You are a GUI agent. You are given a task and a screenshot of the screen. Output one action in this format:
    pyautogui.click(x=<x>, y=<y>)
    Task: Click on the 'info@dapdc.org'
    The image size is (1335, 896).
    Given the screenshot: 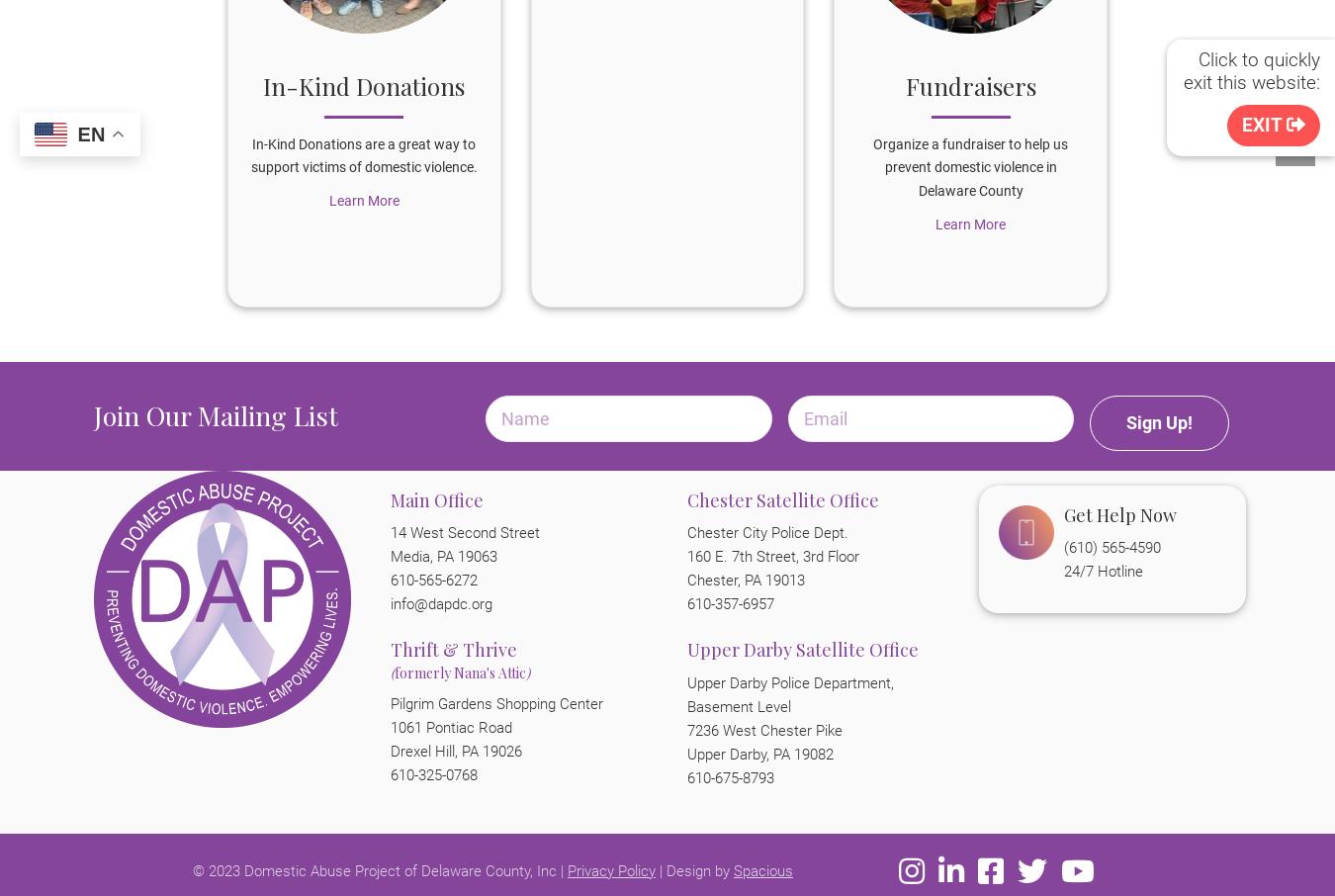 What is the action you would take?
    pyautogui.click(x=391, y=604)
    